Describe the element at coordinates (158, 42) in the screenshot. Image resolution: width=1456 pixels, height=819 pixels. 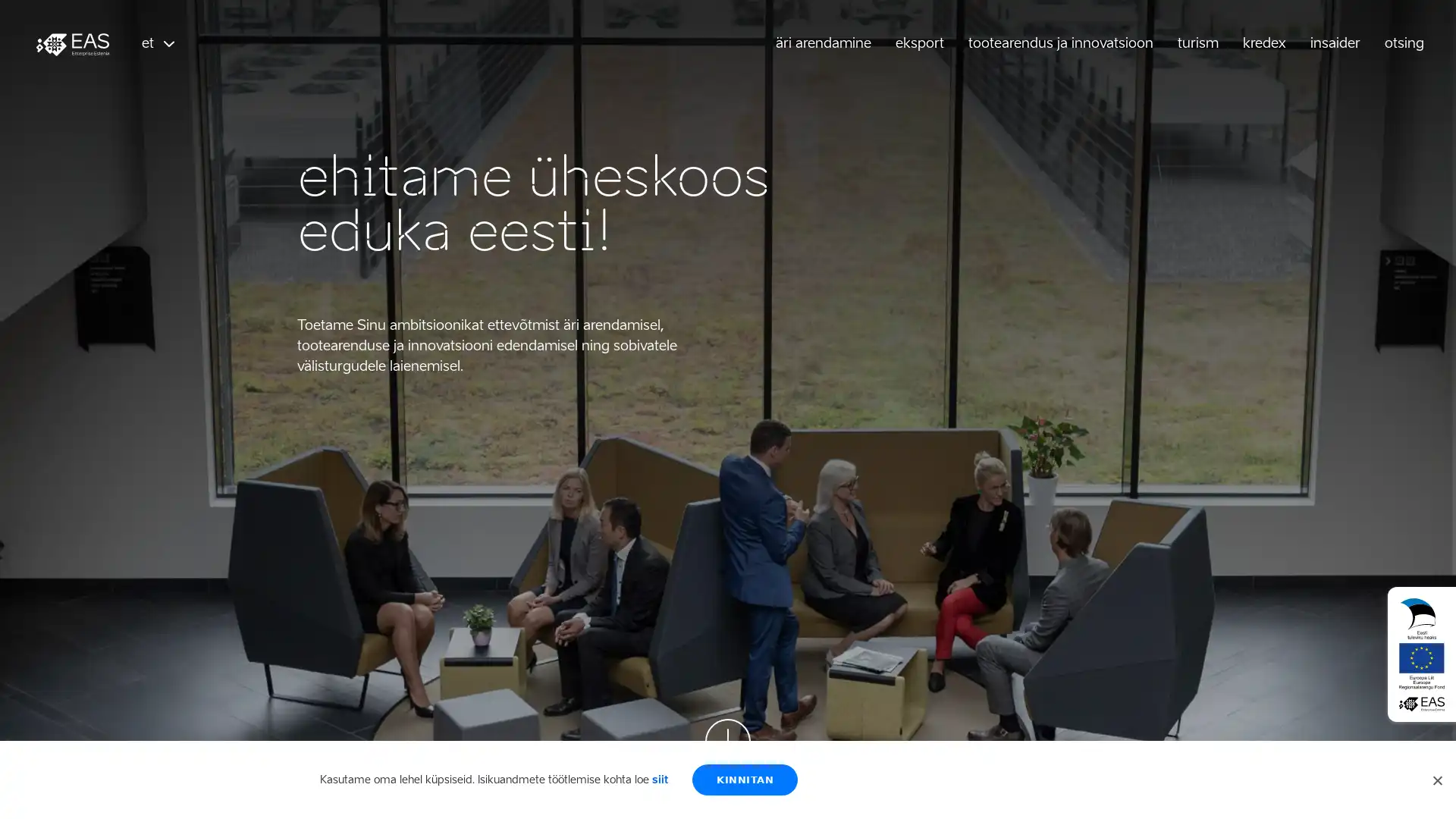
I see `et` at that location.